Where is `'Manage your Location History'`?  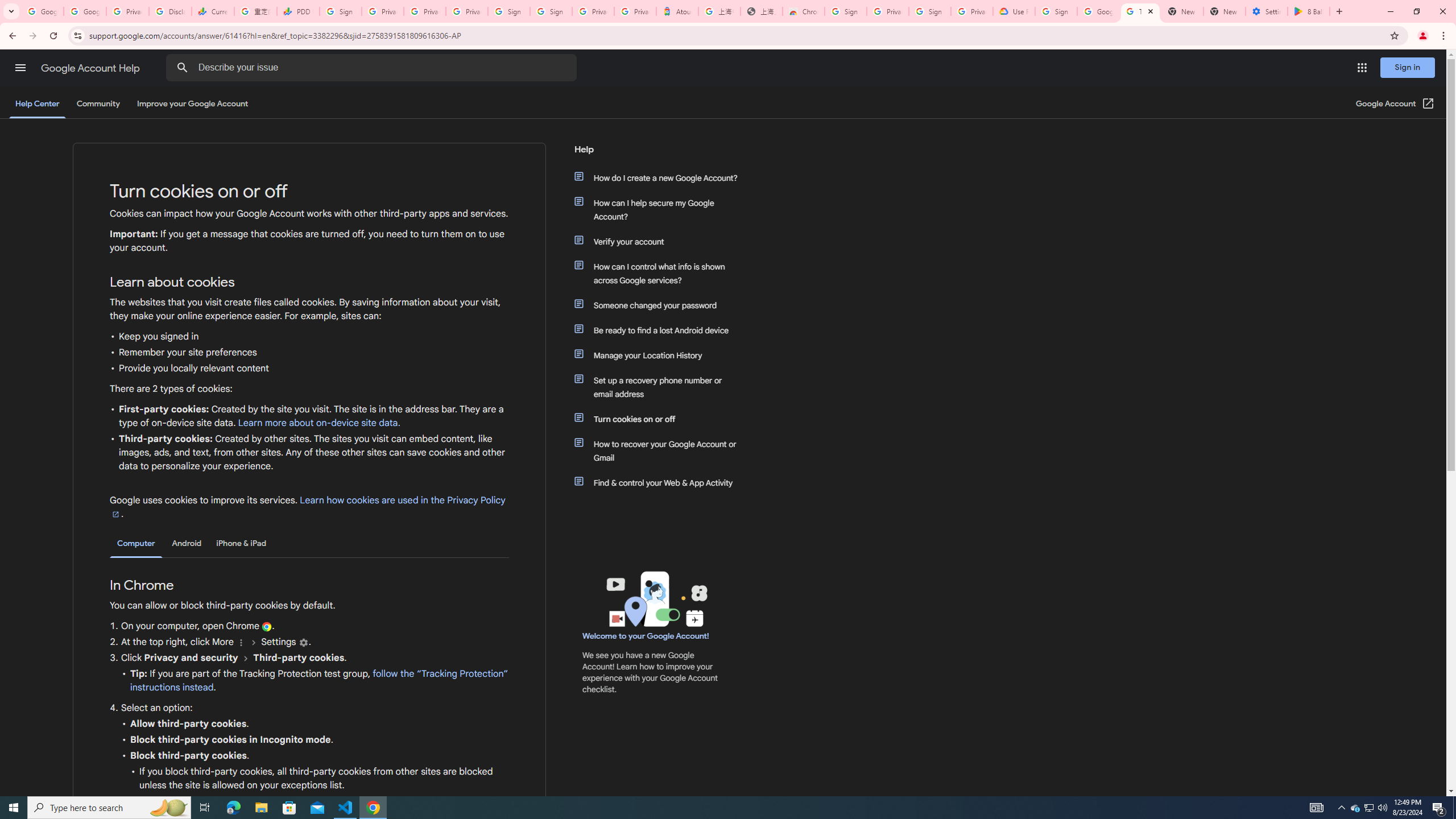
'Manage your Location History' is located at coordinates (661, 355).